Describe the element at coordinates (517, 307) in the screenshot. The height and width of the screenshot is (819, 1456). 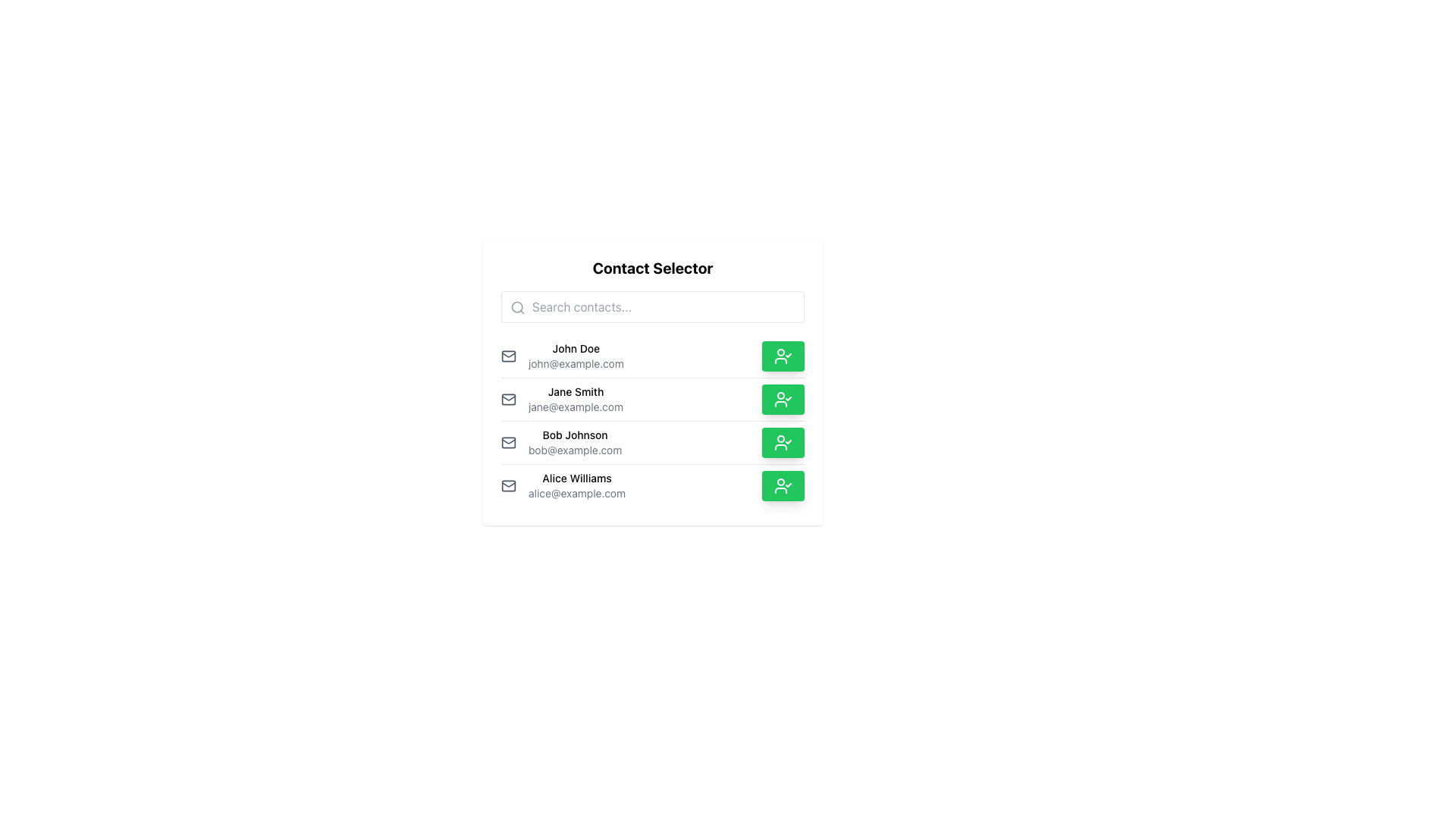
I see `the gray magnifying glass icon with a circular border and crossed handle located to the left of the search box in the Contact Selector panel` at that location.